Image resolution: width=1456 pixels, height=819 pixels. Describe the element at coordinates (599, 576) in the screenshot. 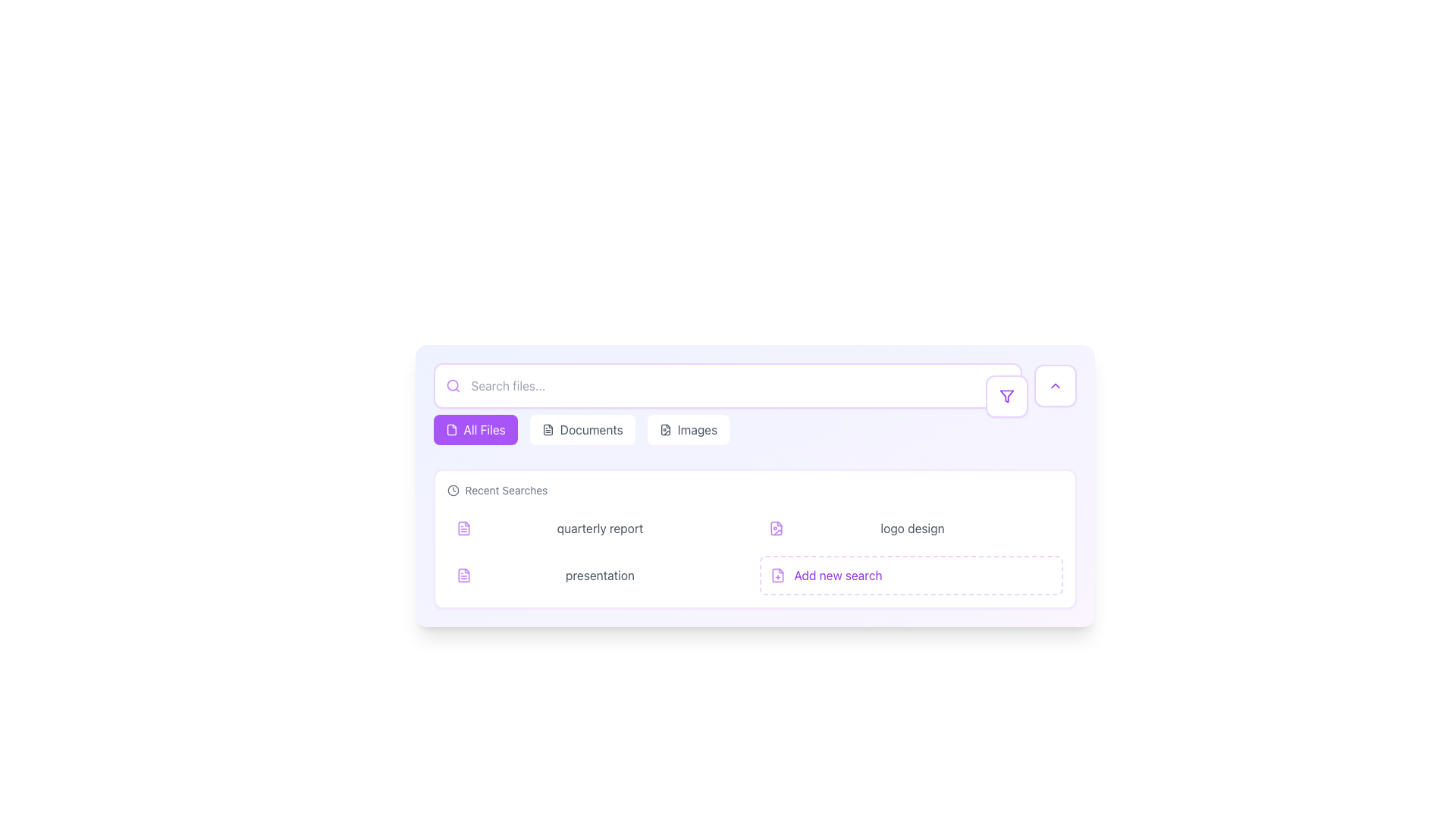

I see `the text label 'presentation' in the second entry of the recent searches list for additional actions` at that location.